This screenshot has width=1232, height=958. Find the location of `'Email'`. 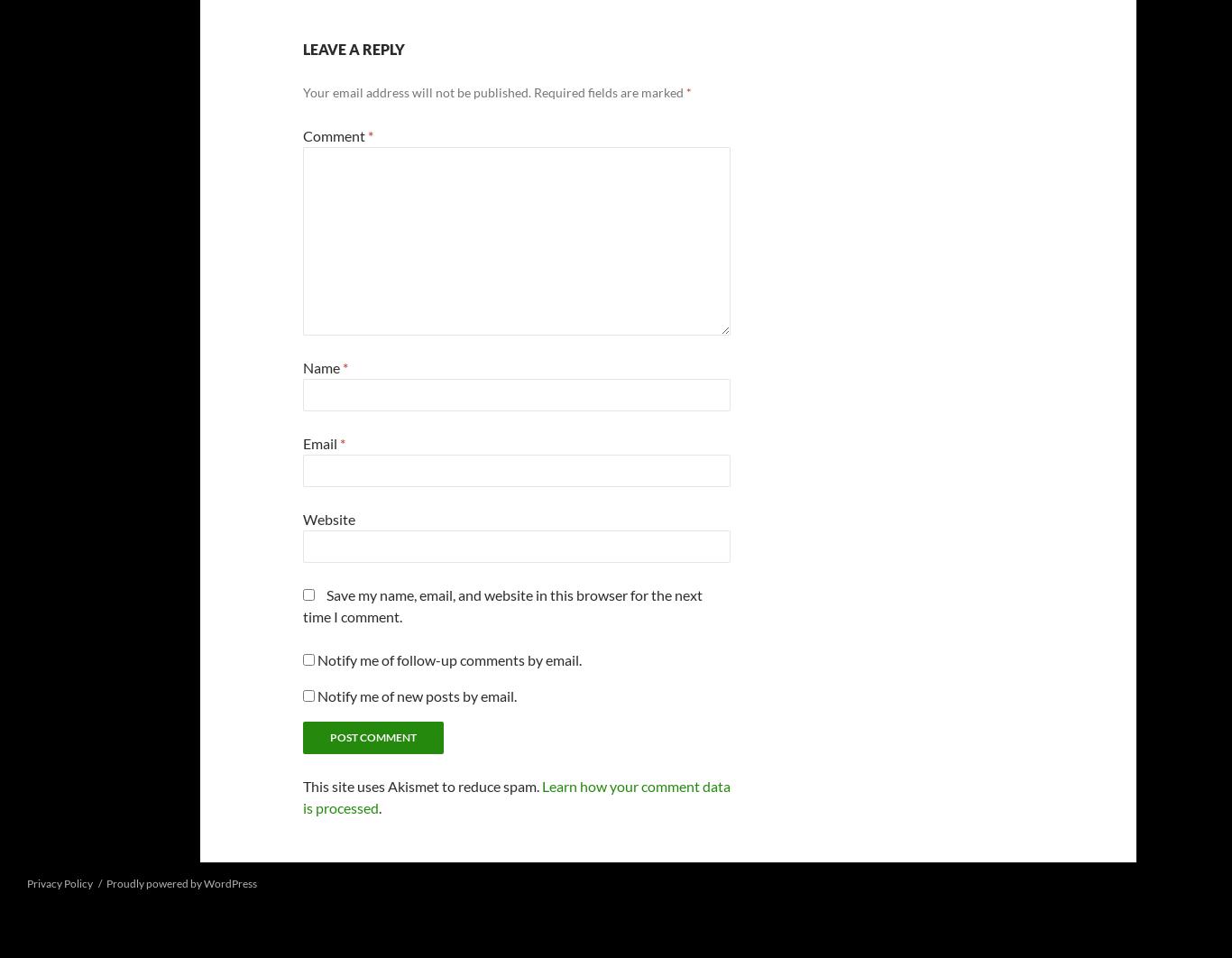

'Email' is located at coordinates (303, 442).